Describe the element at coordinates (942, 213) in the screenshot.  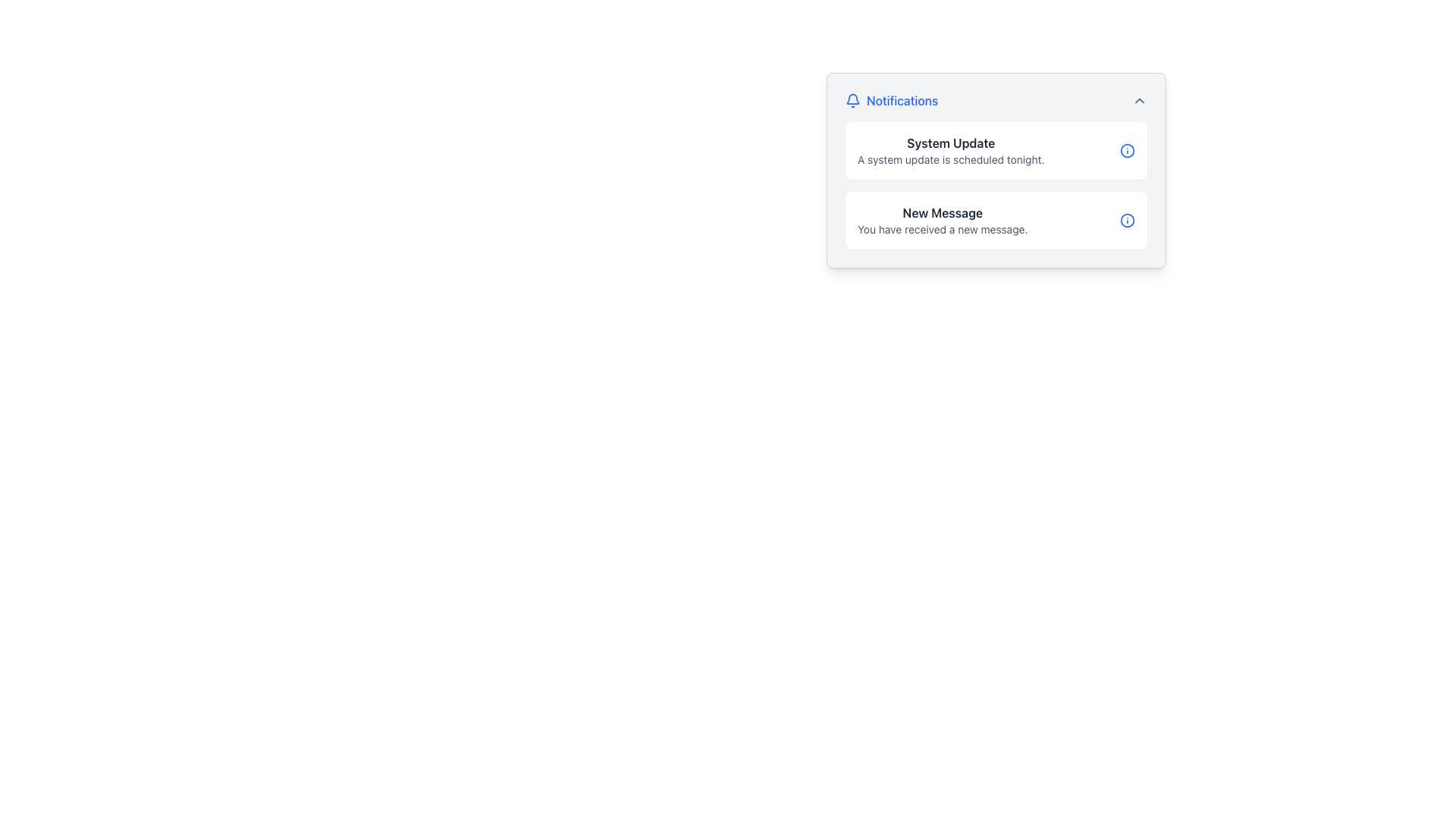
I see `bold text label displaying 'New Message' located at the top of the notification card component` at that location.